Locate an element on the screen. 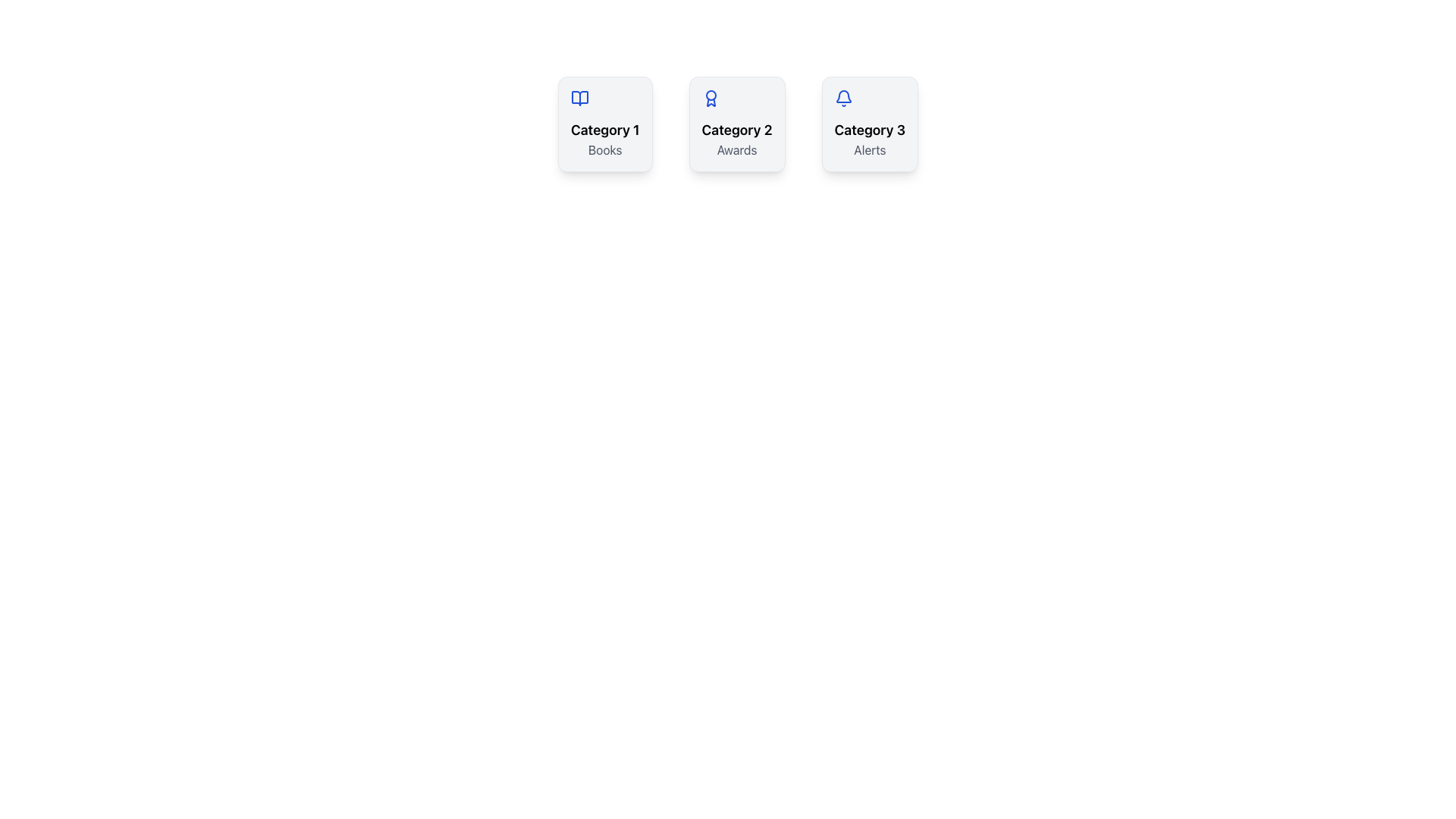 This screenshot has height=819, width=1456. the circular shape with a radius of 6 units within the SVG graphic located in the second tile labeled 'Category 2: Awards' is located at coordinates (710, 96).